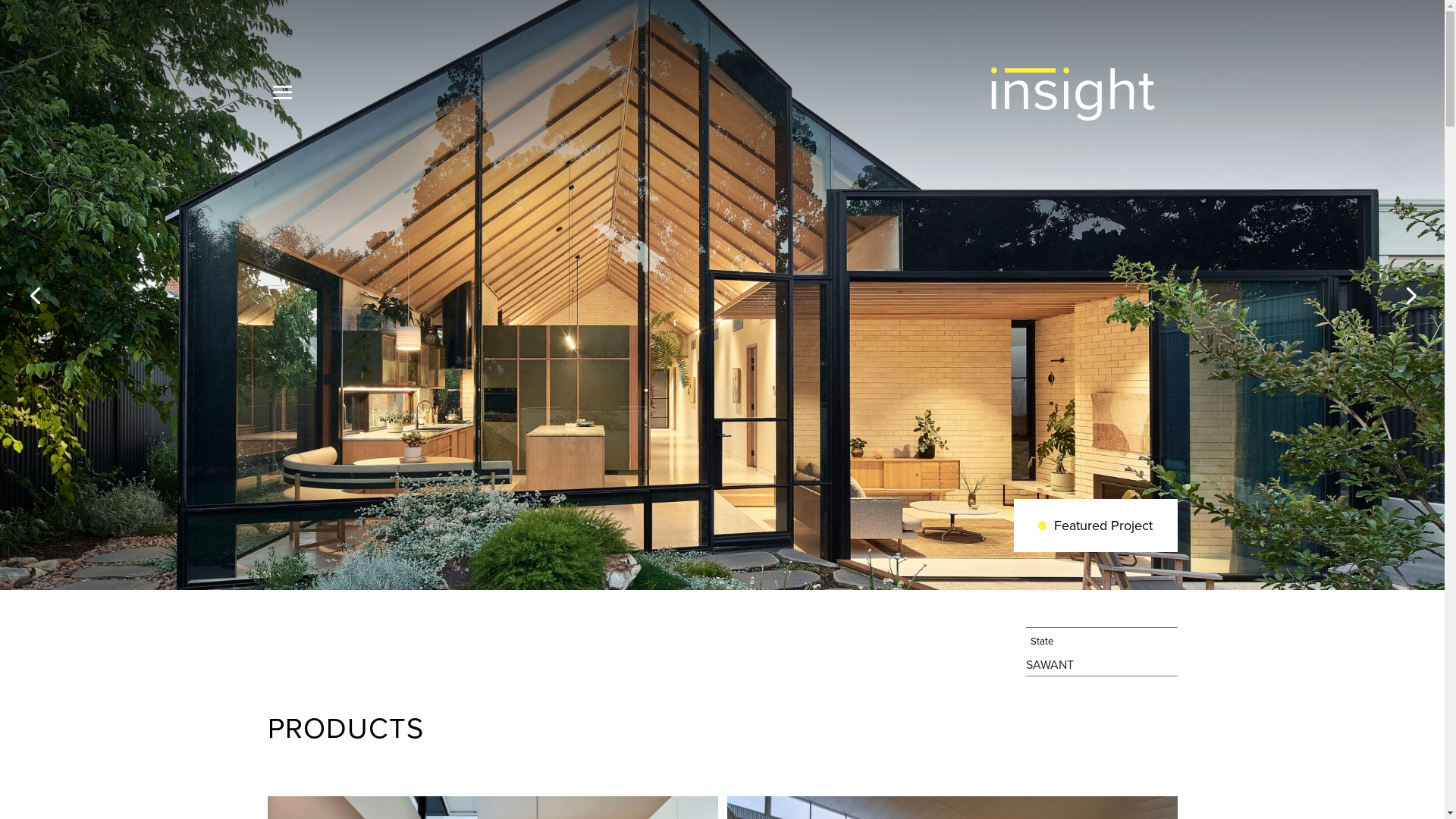  I want to click on 'Featured Project', so click(1095, 525).